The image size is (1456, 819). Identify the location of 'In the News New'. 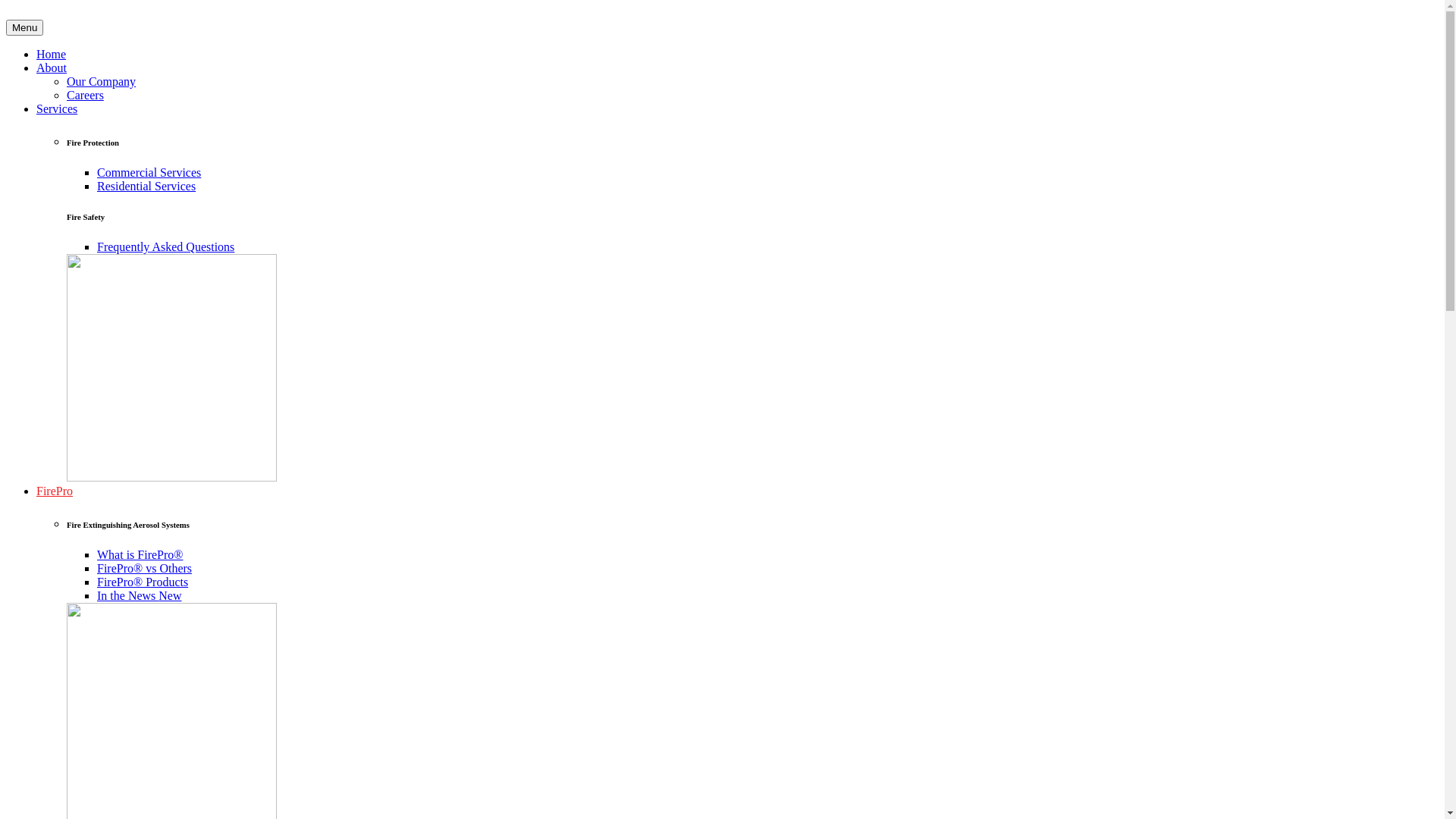
(139, 595).